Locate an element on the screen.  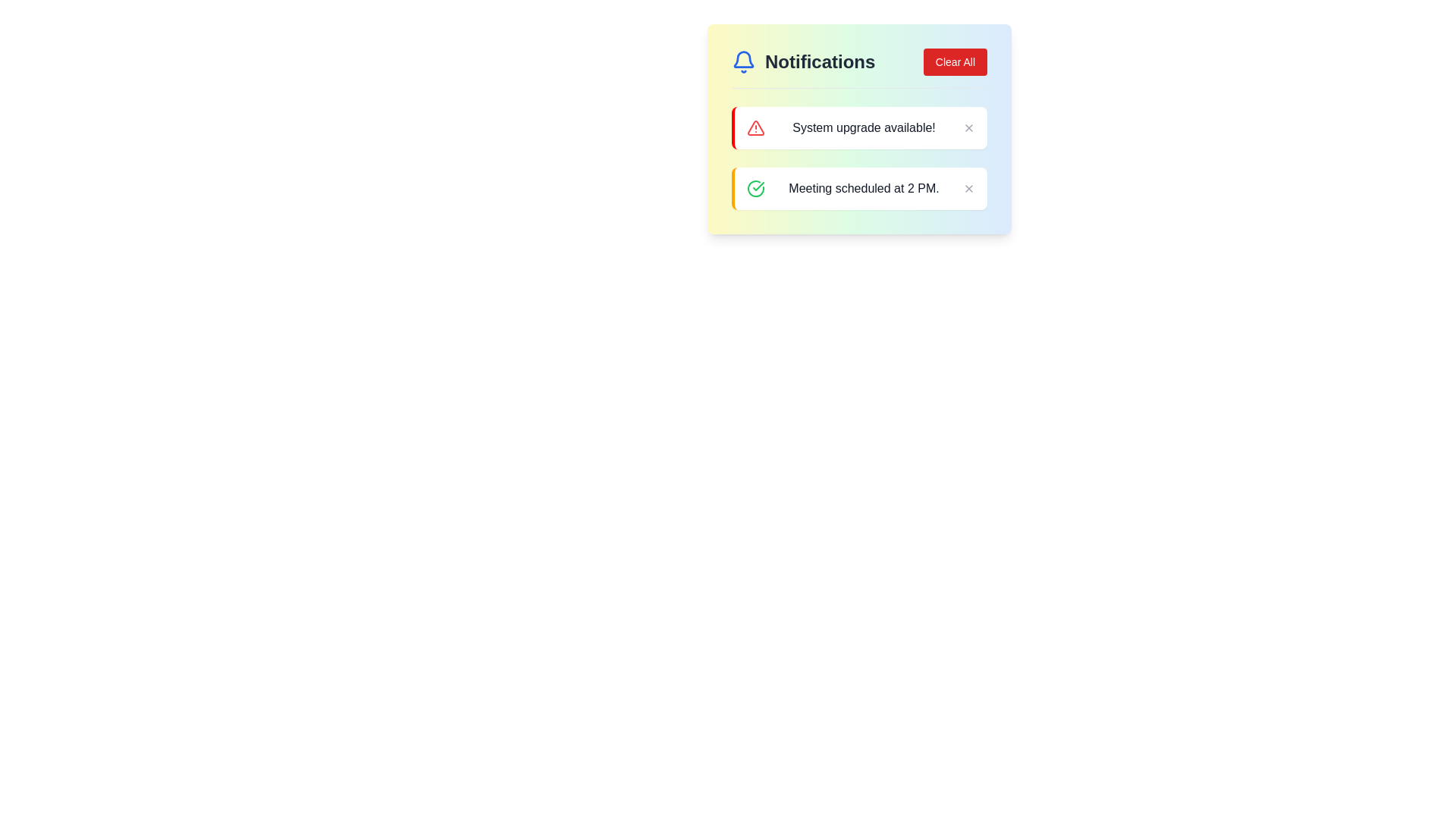
success or confirmation icon located to the left of the notification titled 'Meeting scheduled at 2 PM.' is located at coordinates (756, 188).